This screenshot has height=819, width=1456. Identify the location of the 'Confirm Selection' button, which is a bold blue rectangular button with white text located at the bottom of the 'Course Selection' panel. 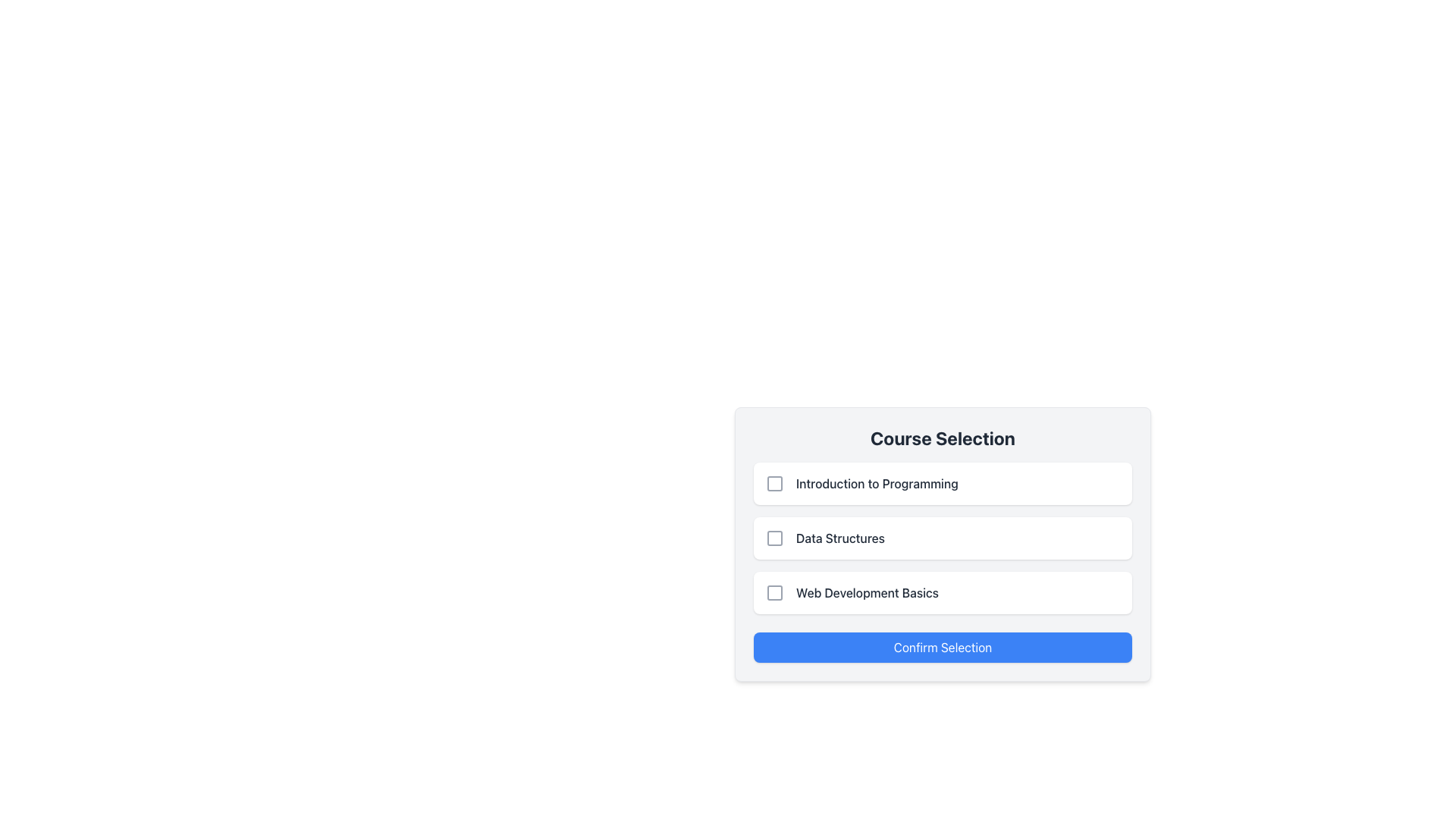
(942, 647).